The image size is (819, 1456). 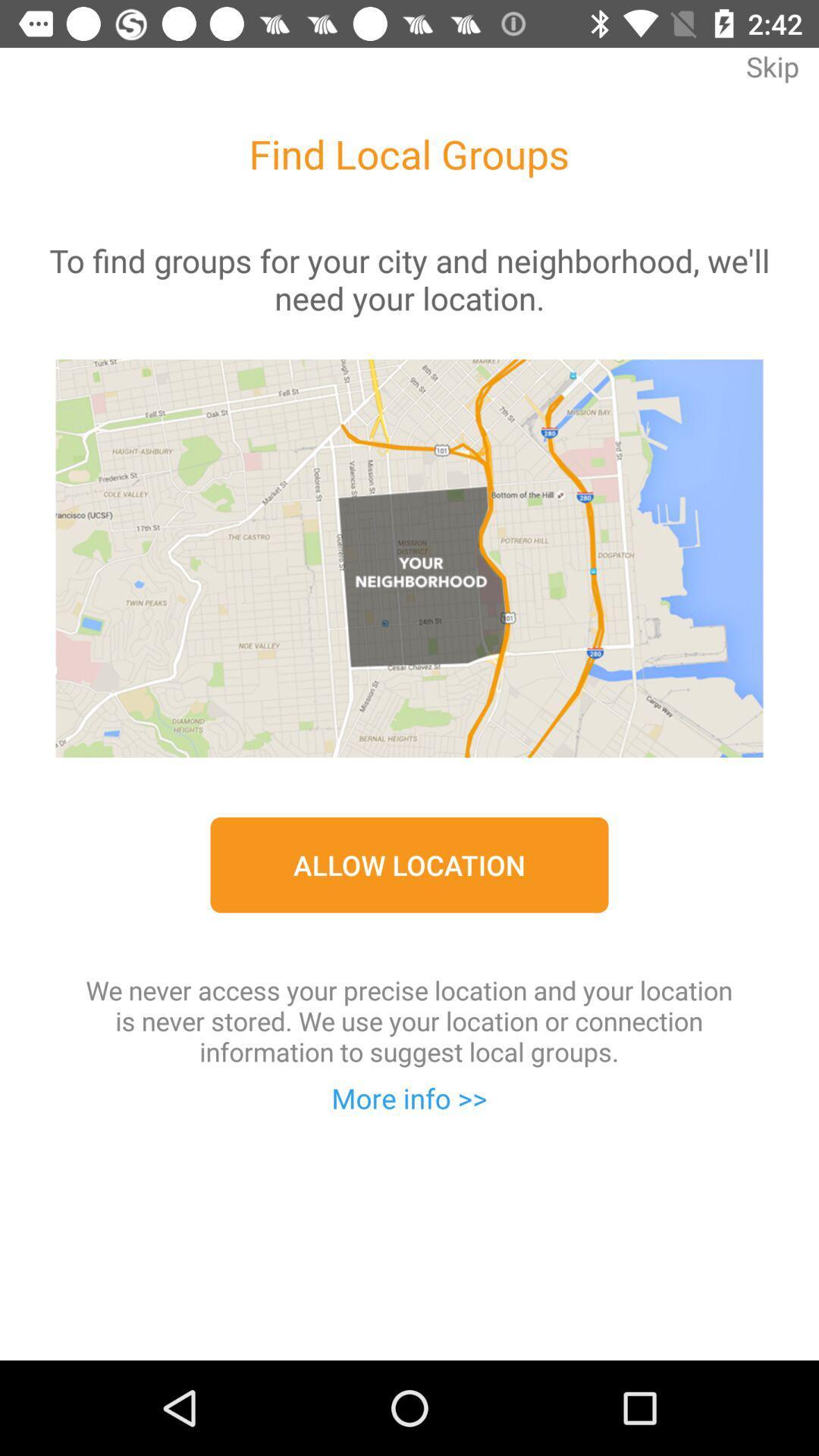 I want to click on the skip icon, so click(x=772, y=77).